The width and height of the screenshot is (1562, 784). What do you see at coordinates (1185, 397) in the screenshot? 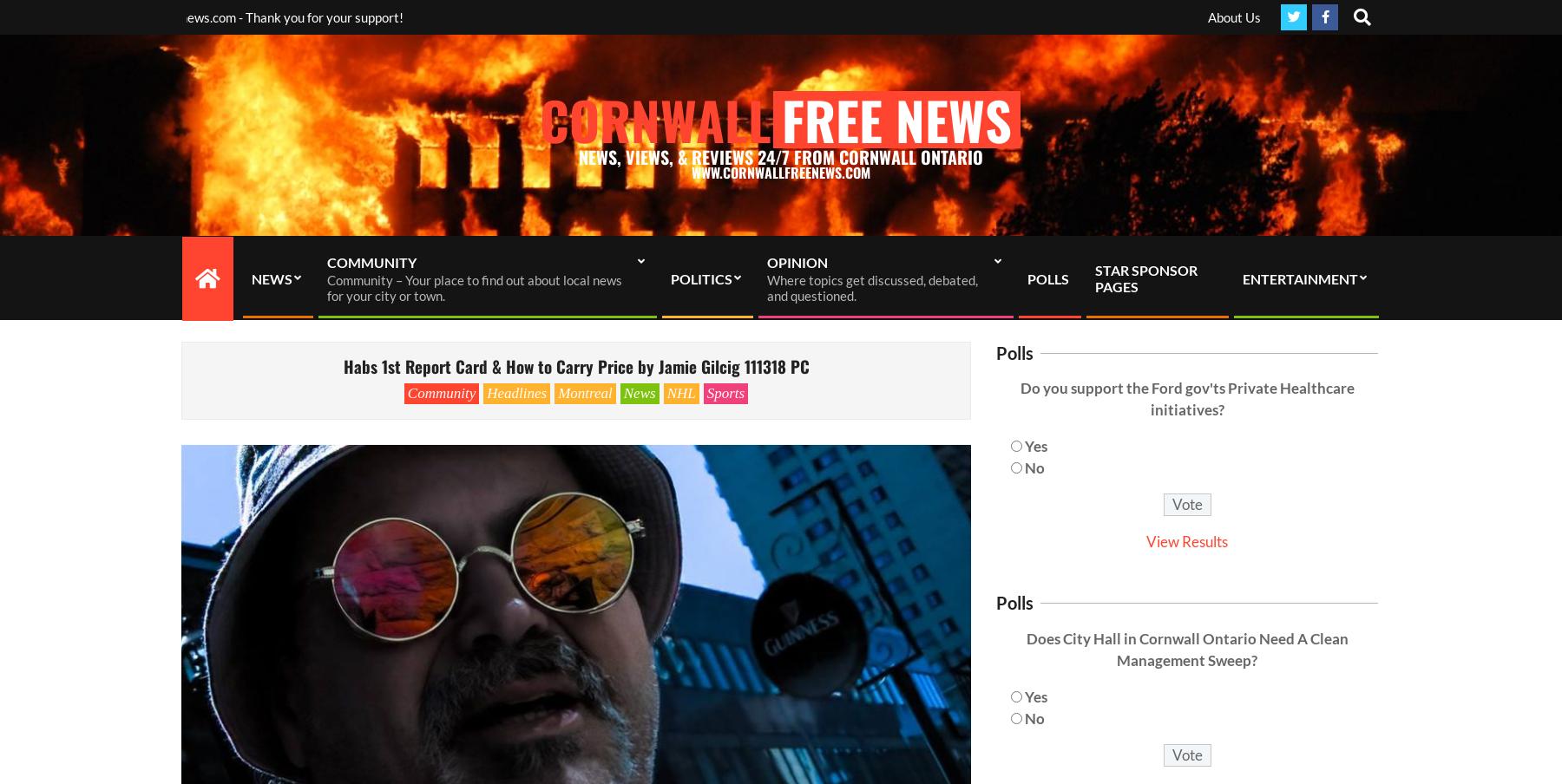
I see `'Do you support the Ford gov'ts Private Healthcare initiatives?'` at bounding box center [1185, 397].